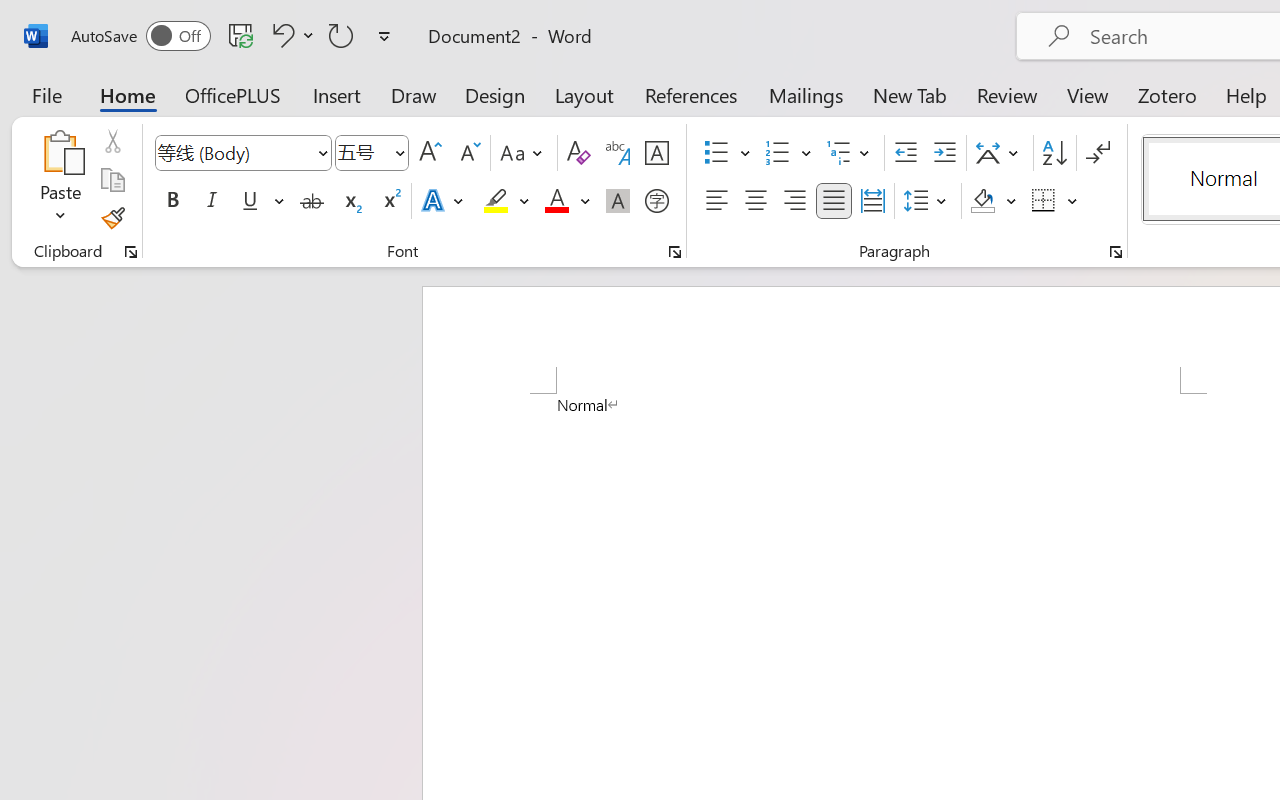 The image size is (1280, 800). Describe the element at coordinates (583, 94) in the screenshot. I see `'Layout'` at that location.